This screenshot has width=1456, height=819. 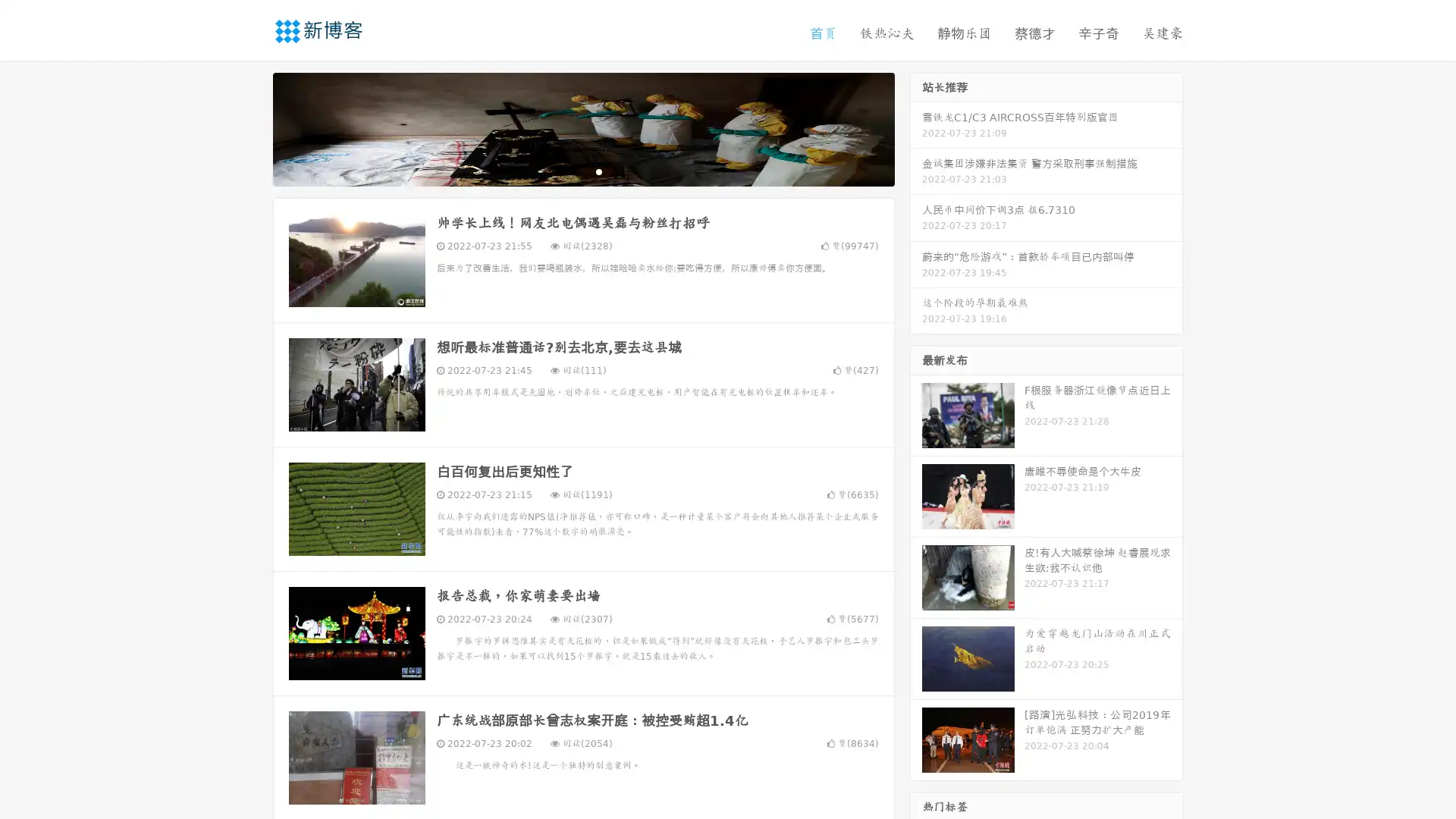 I want to click on Go to slide 2, so click(x=582, y=171).